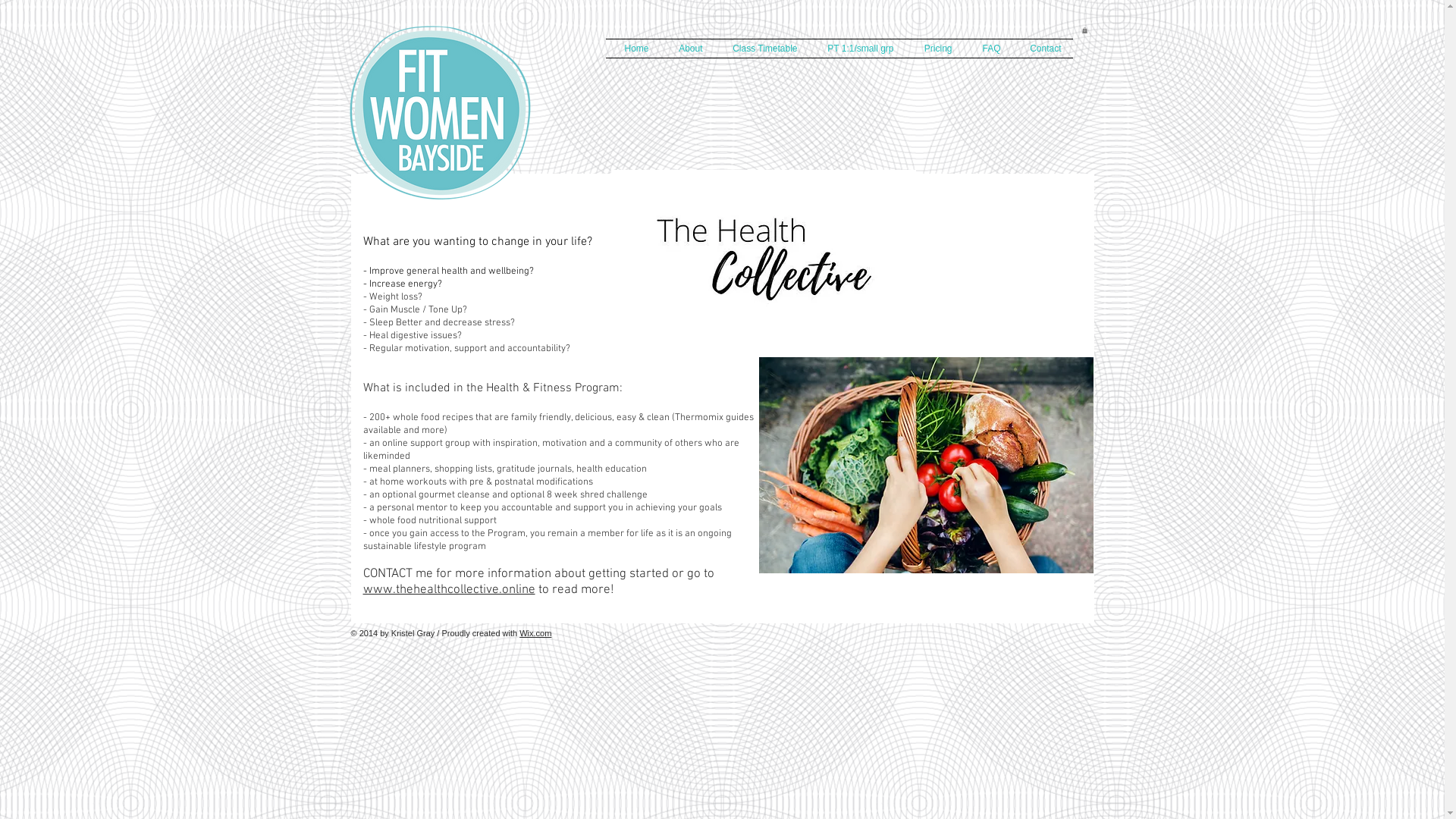 The width and height of the screenshot is (1456, 819). What do you see at coordinates (535, 632) in the screenshot?
I see `'Wix.com'` at bounding box center [535, 632].